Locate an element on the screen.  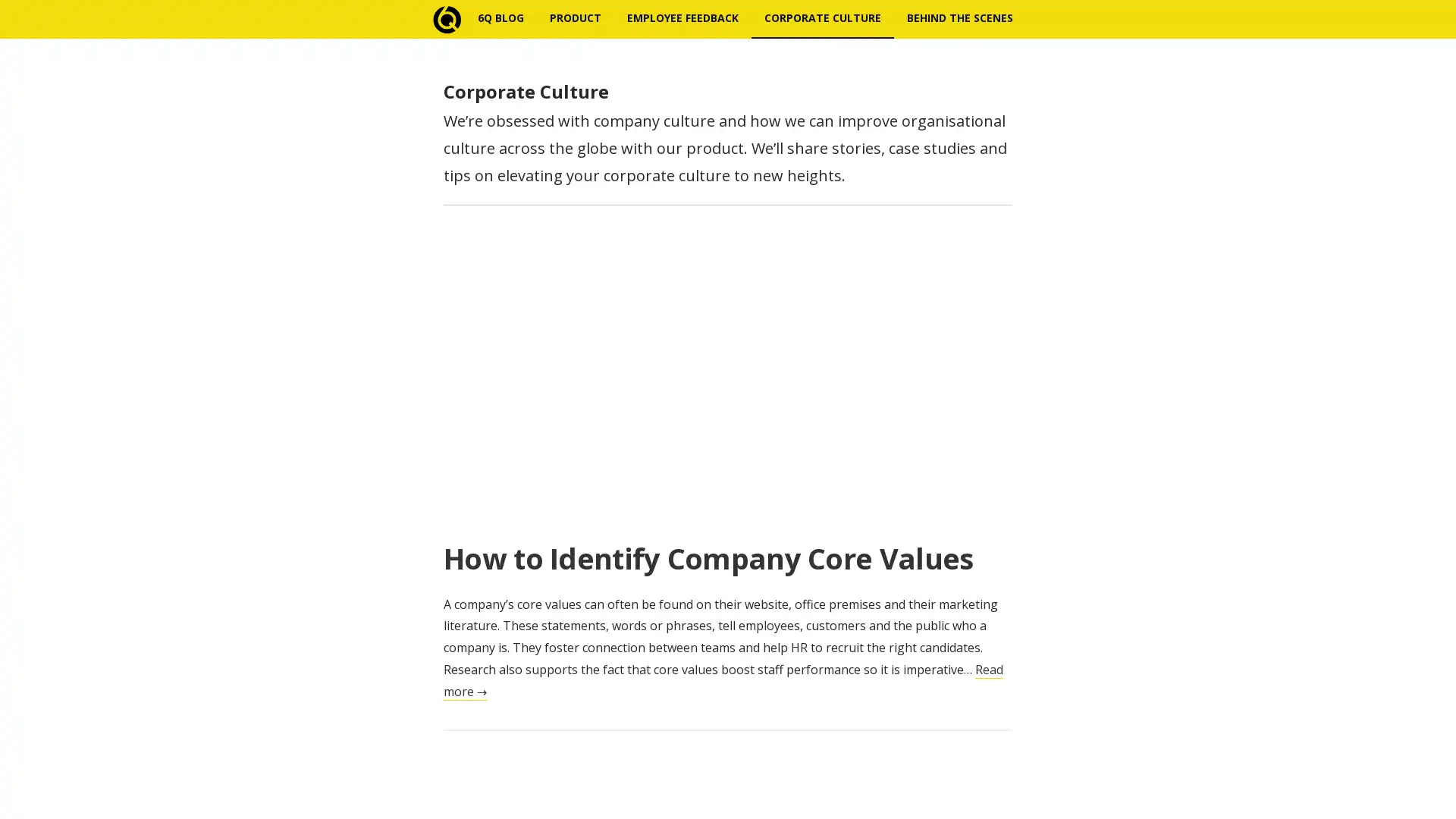
Subscribe is located at coordinates (895, 797).